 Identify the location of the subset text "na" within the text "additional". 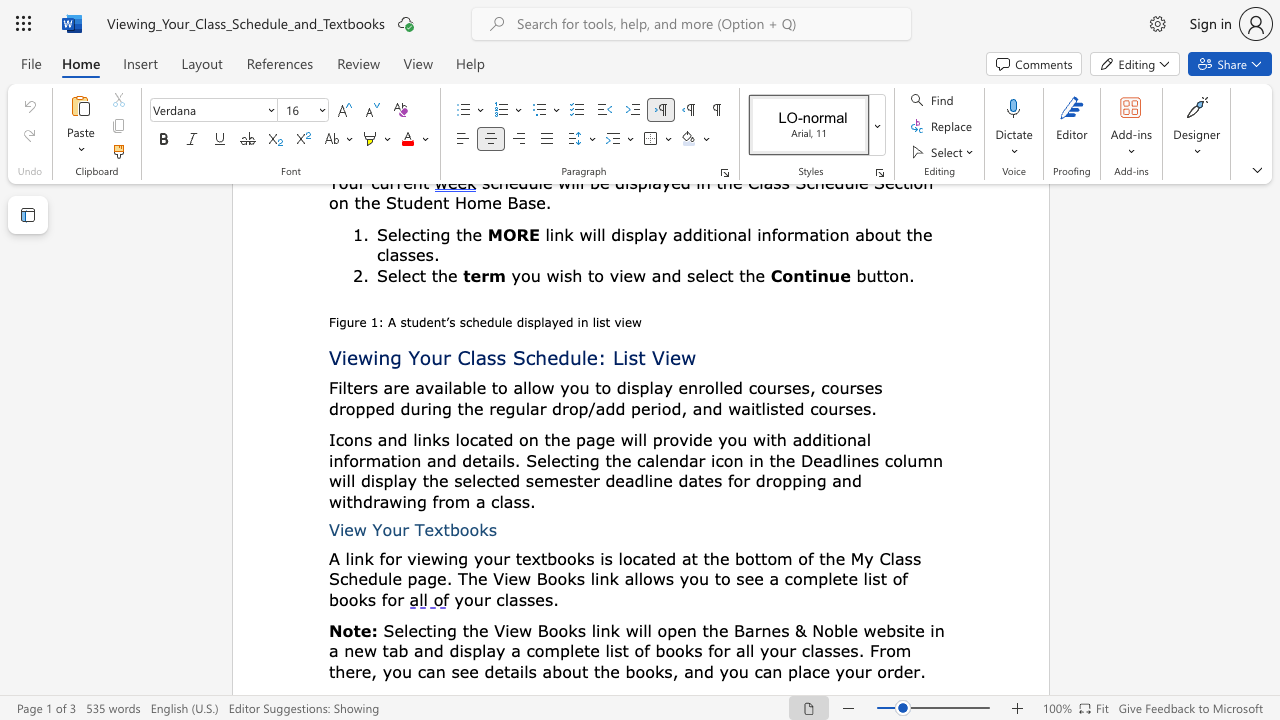
(846, 438).